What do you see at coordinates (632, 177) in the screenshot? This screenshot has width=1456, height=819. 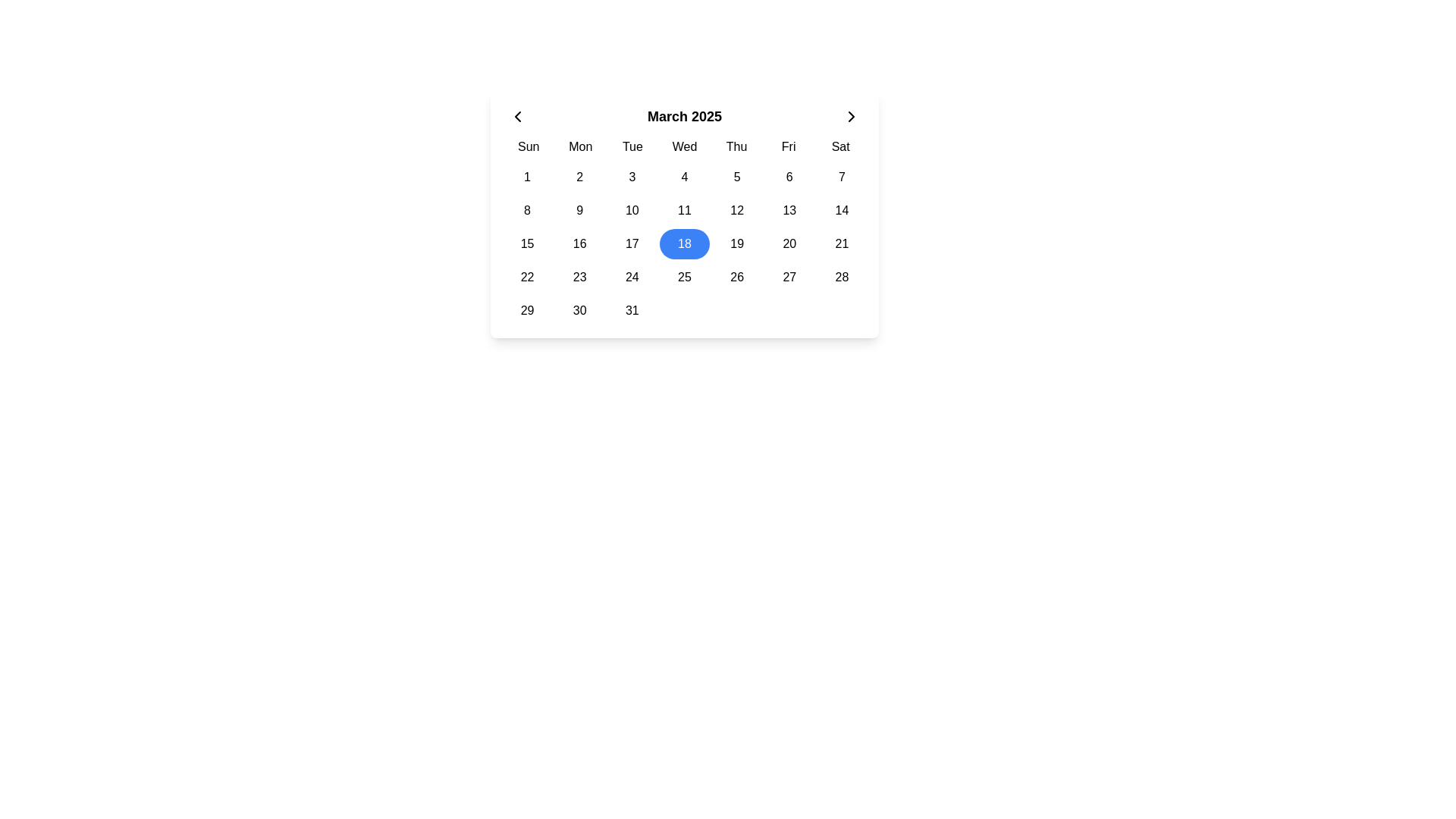 I see `the circular button displaying the number '3' to activate its functionality` at bounding box center [632, 177].